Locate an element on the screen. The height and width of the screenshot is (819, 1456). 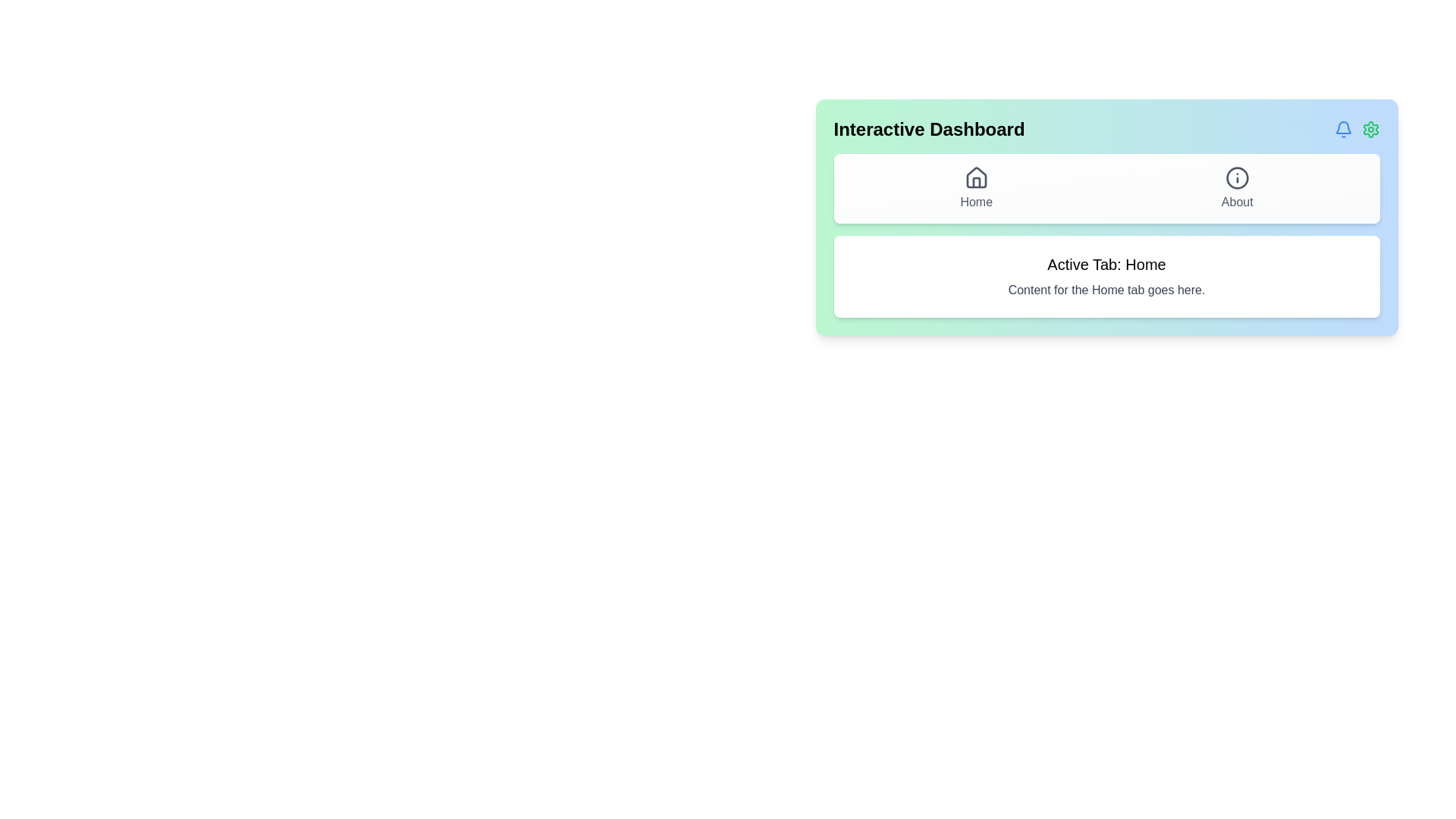
the green gear-shaped icon at the top right corner of the interface is located at coordinates (1370, 128).